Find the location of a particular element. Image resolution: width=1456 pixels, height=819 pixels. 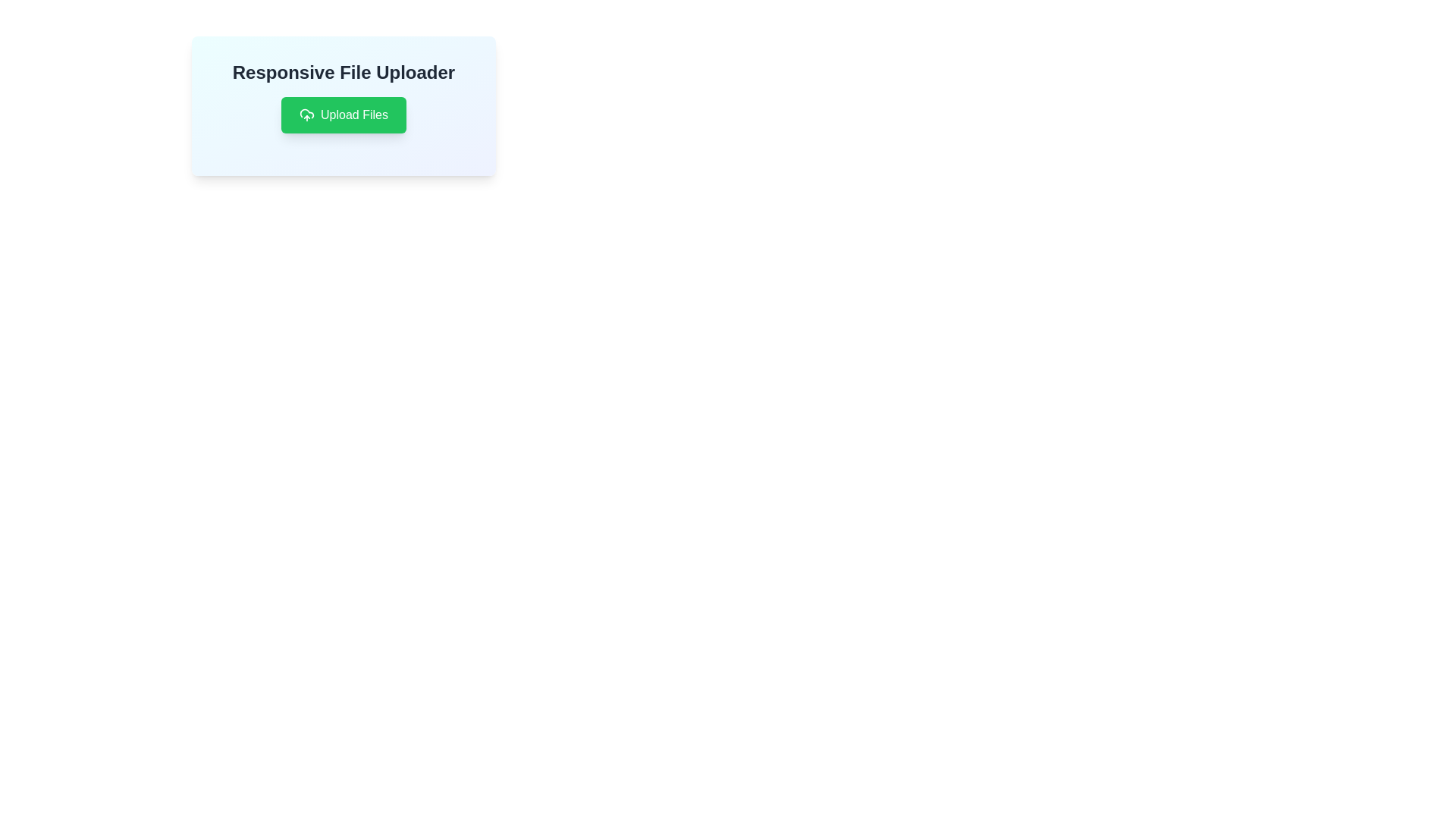

the green upload button labeled 'Upload Files' with a white cloud icon to initiate the file upload process is located at coordinates (343, 114).